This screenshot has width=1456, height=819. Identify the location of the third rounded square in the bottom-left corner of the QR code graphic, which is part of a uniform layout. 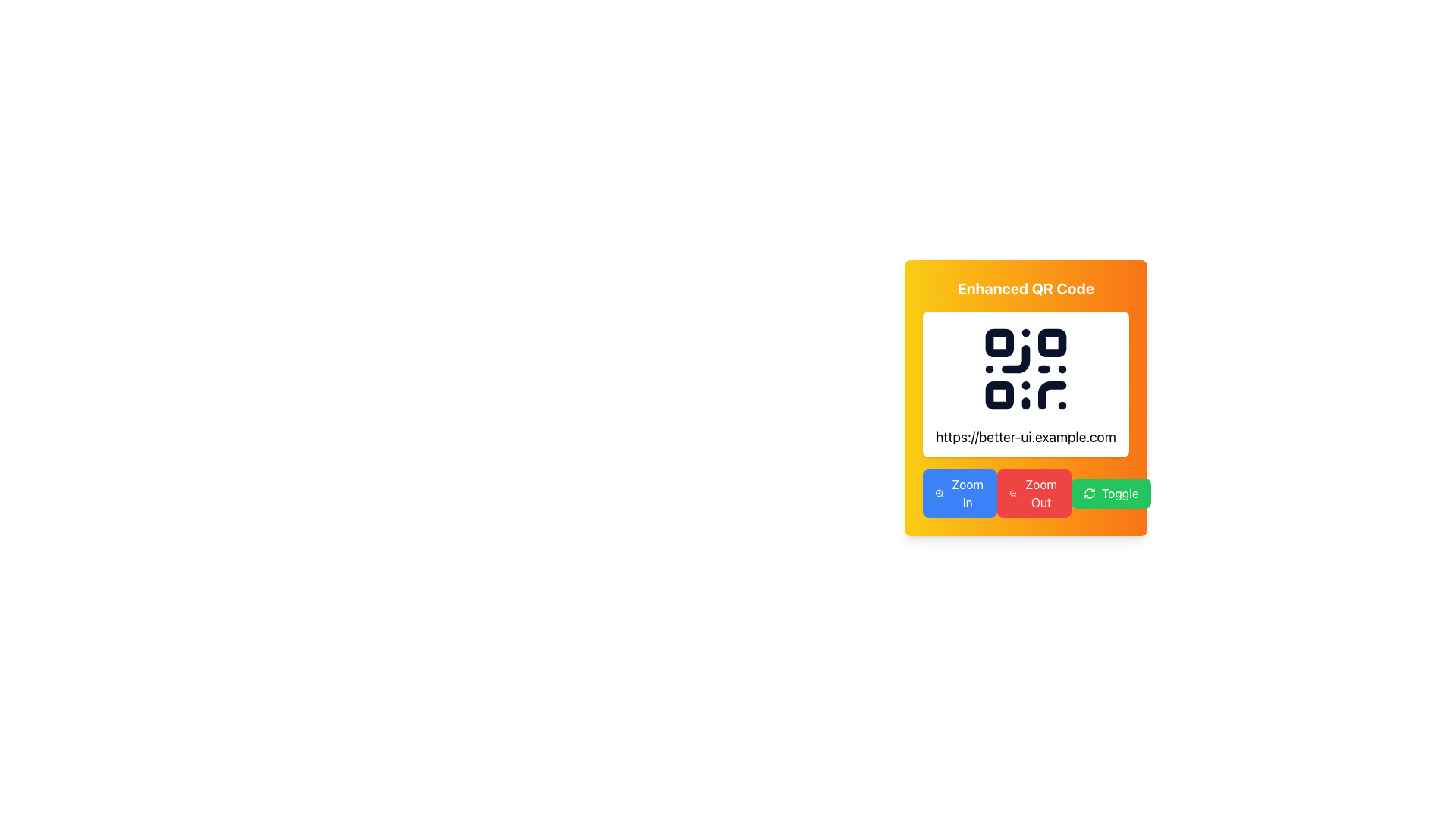
(999, 394).